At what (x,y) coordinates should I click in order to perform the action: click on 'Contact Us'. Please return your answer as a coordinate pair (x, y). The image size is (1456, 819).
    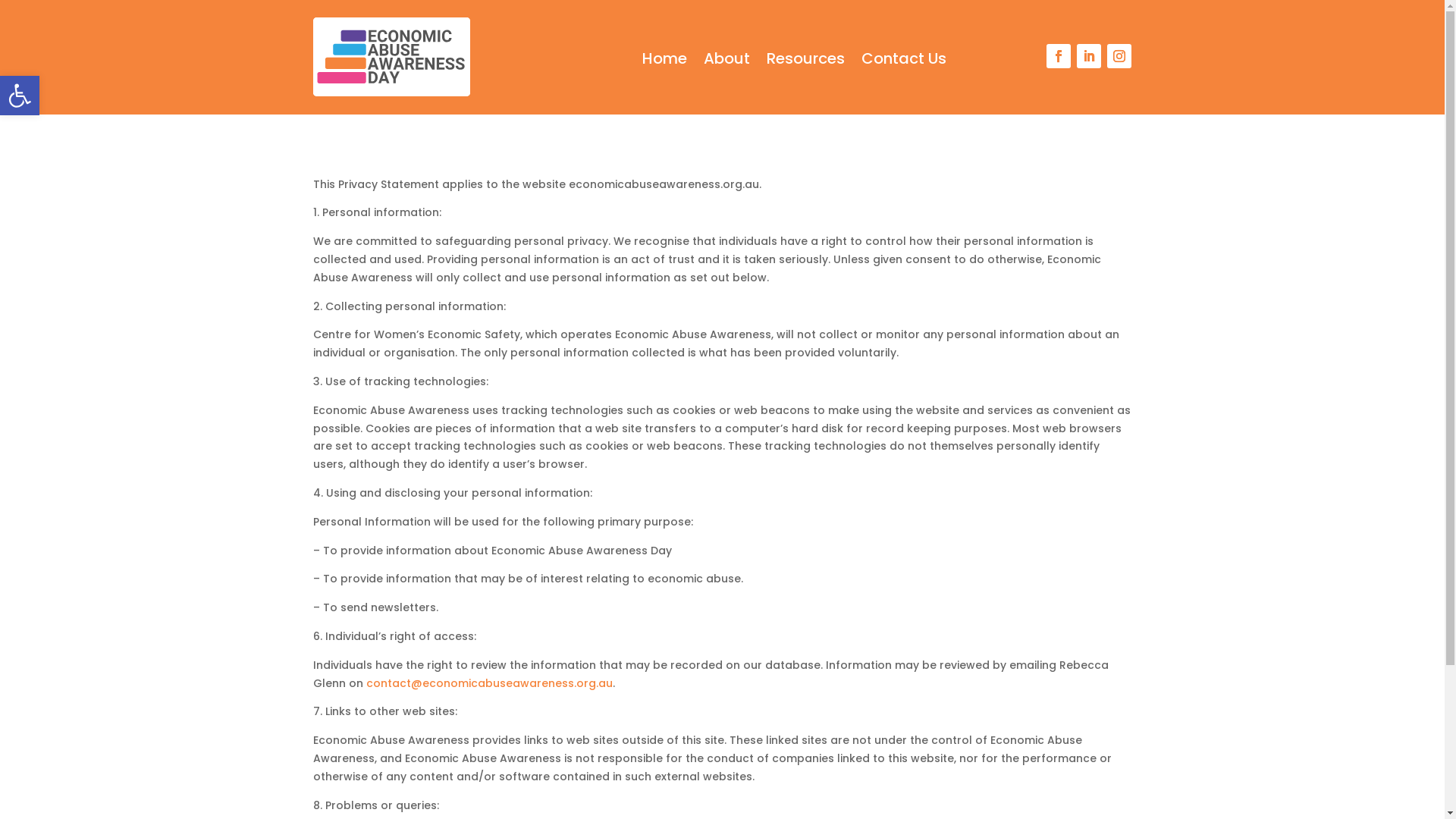
    Looking at the image, I should click on (903, 61).